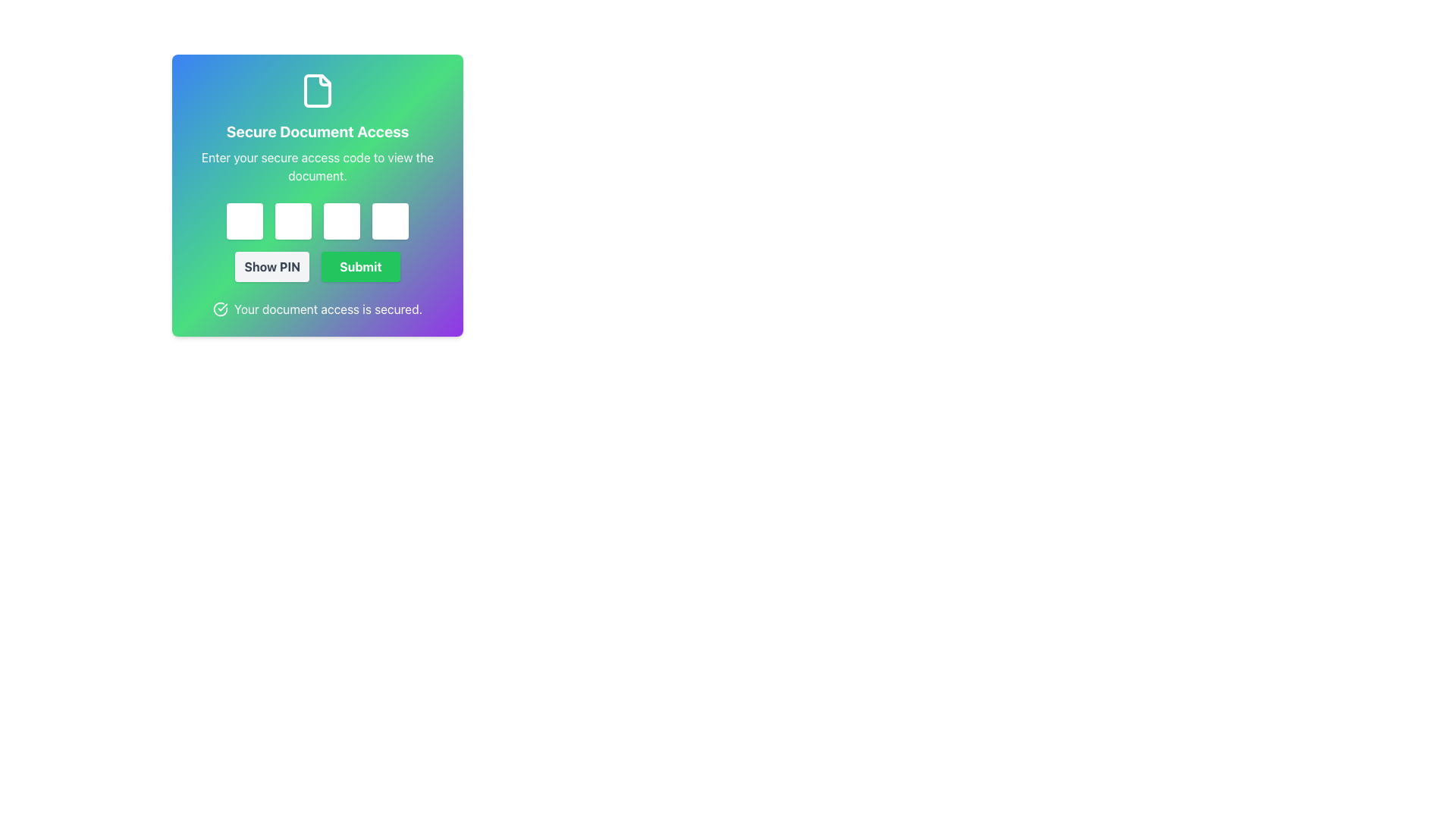 The width and height of the screenshot is (1456, 819). I want to click on the 'Submit' button with a vibrant green background, so click(316, 265).